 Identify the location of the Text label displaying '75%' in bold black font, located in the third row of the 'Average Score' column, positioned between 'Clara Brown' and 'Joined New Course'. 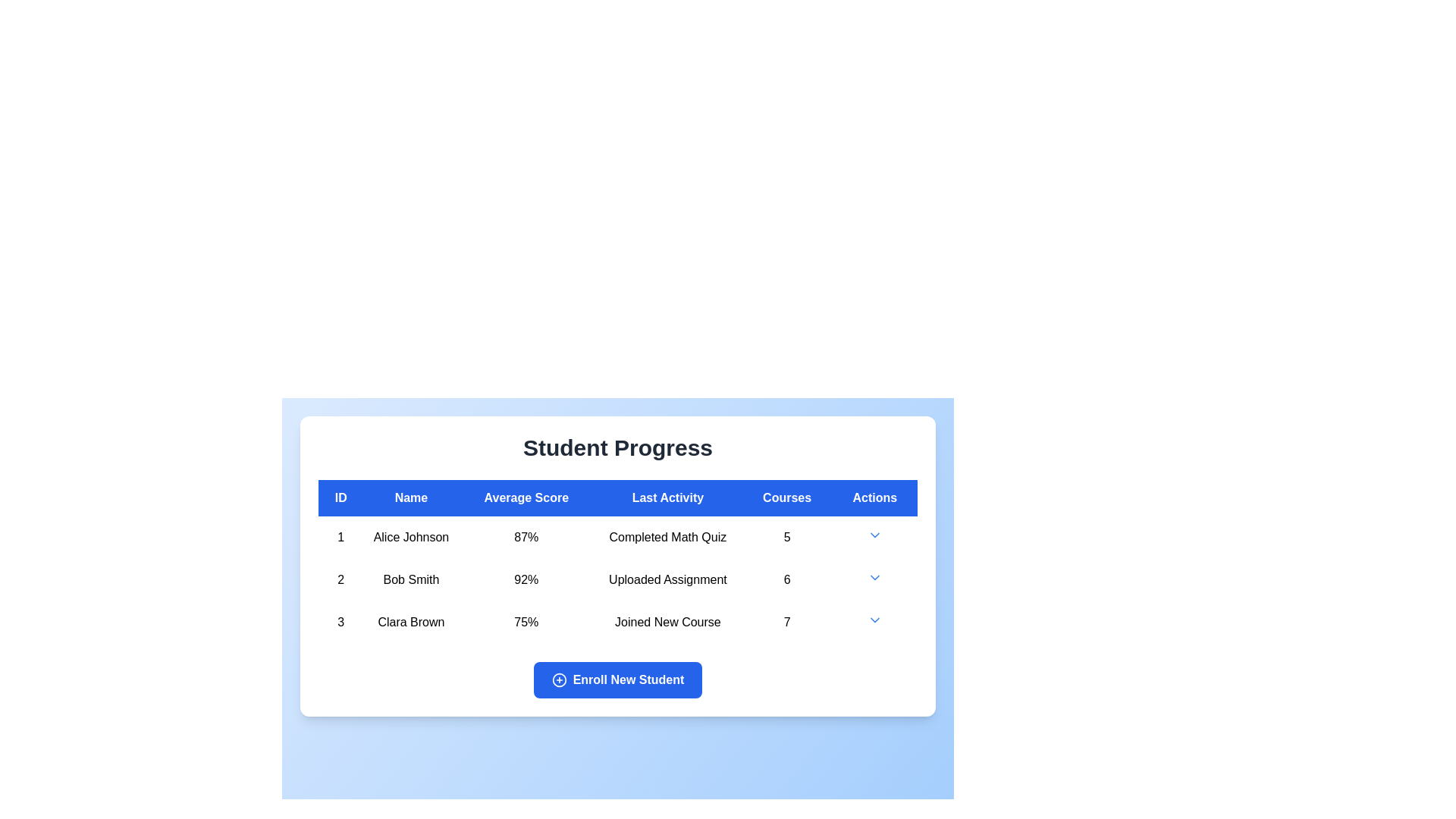
(526, 623).